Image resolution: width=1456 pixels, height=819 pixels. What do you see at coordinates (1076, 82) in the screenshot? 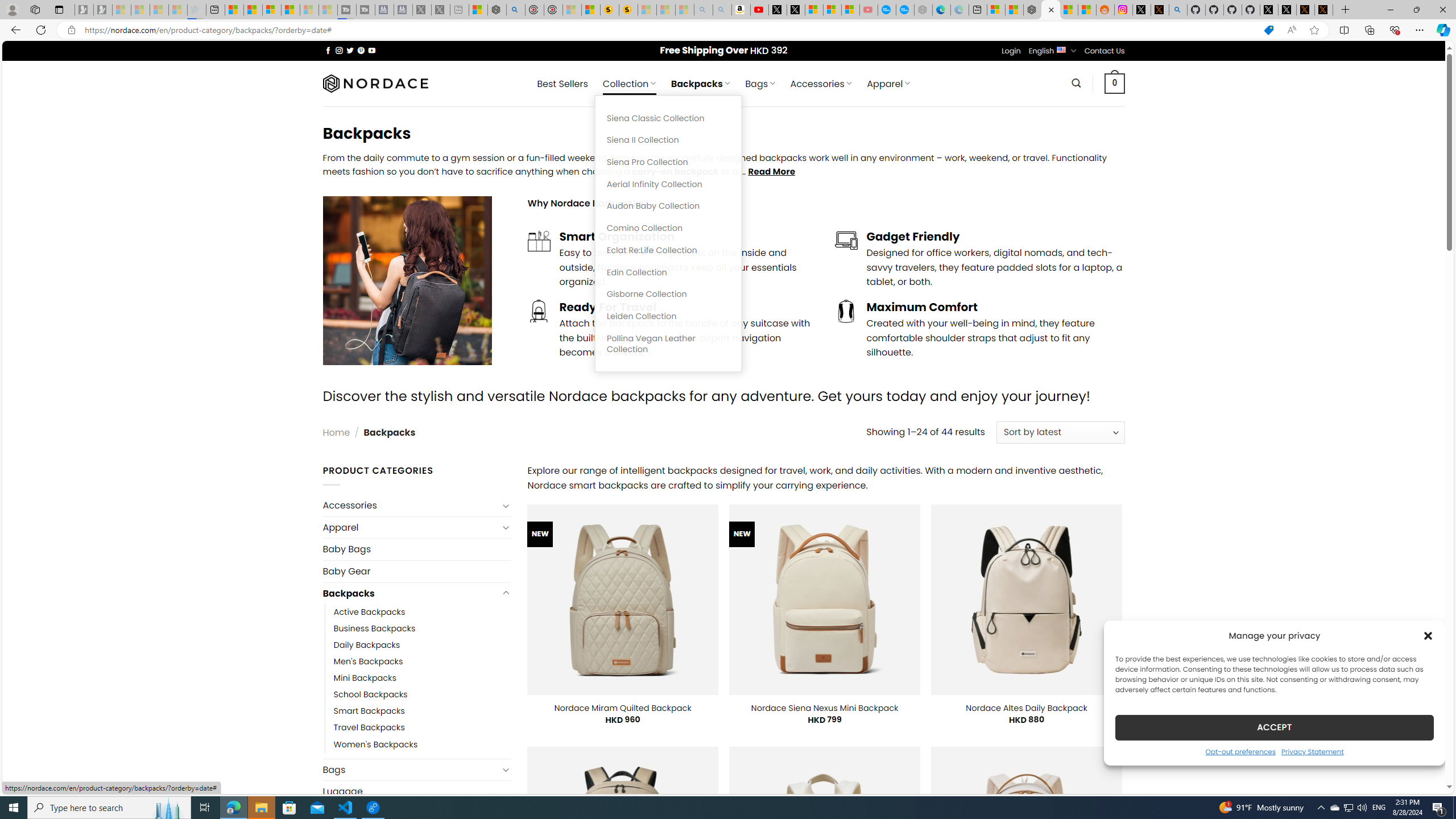
I see `'Search'` at bounding box center [1076, 82].